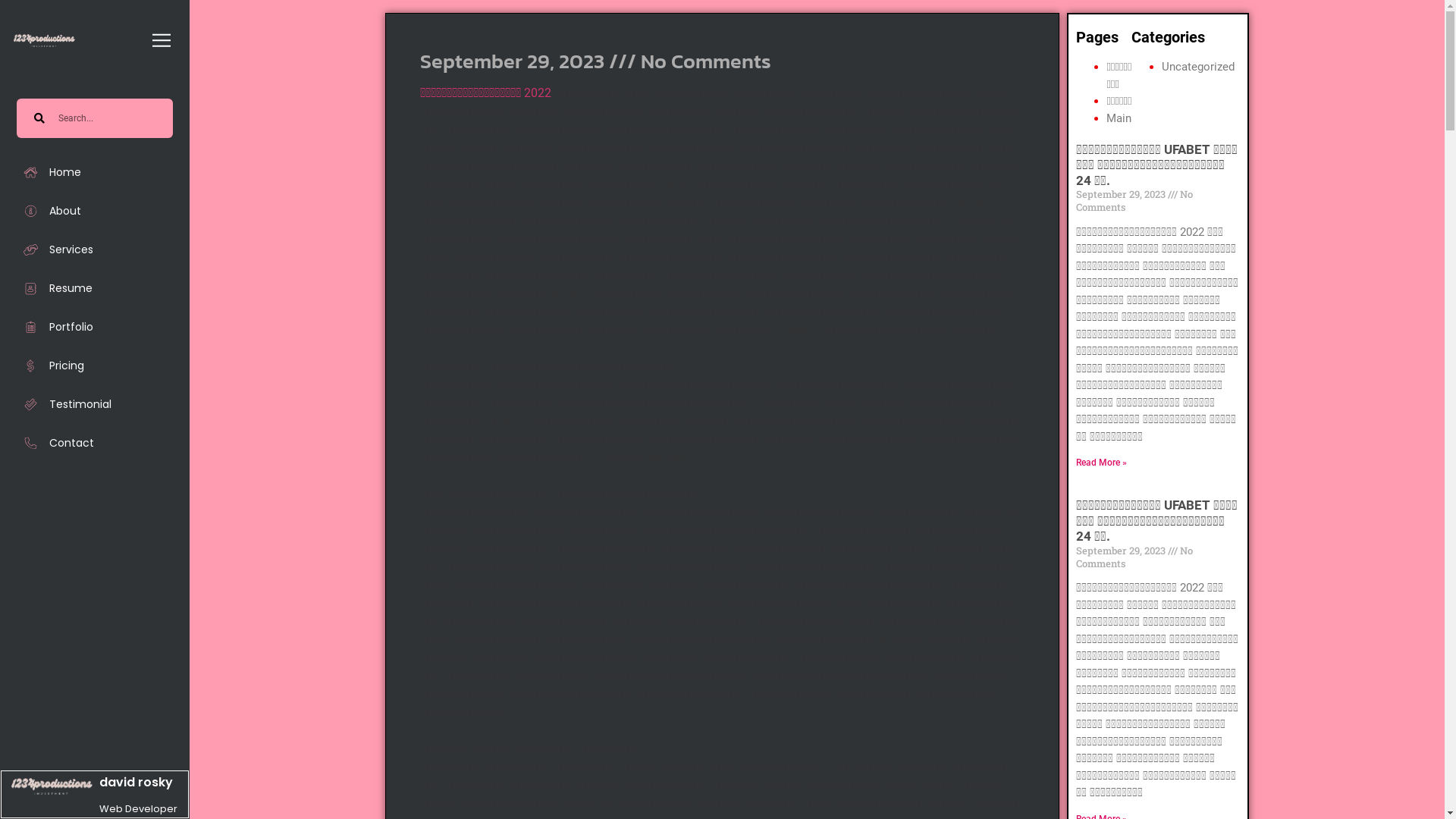  Describe the element at coordinates (108, 117) in the screenshot. I see `'Search'` at that location.